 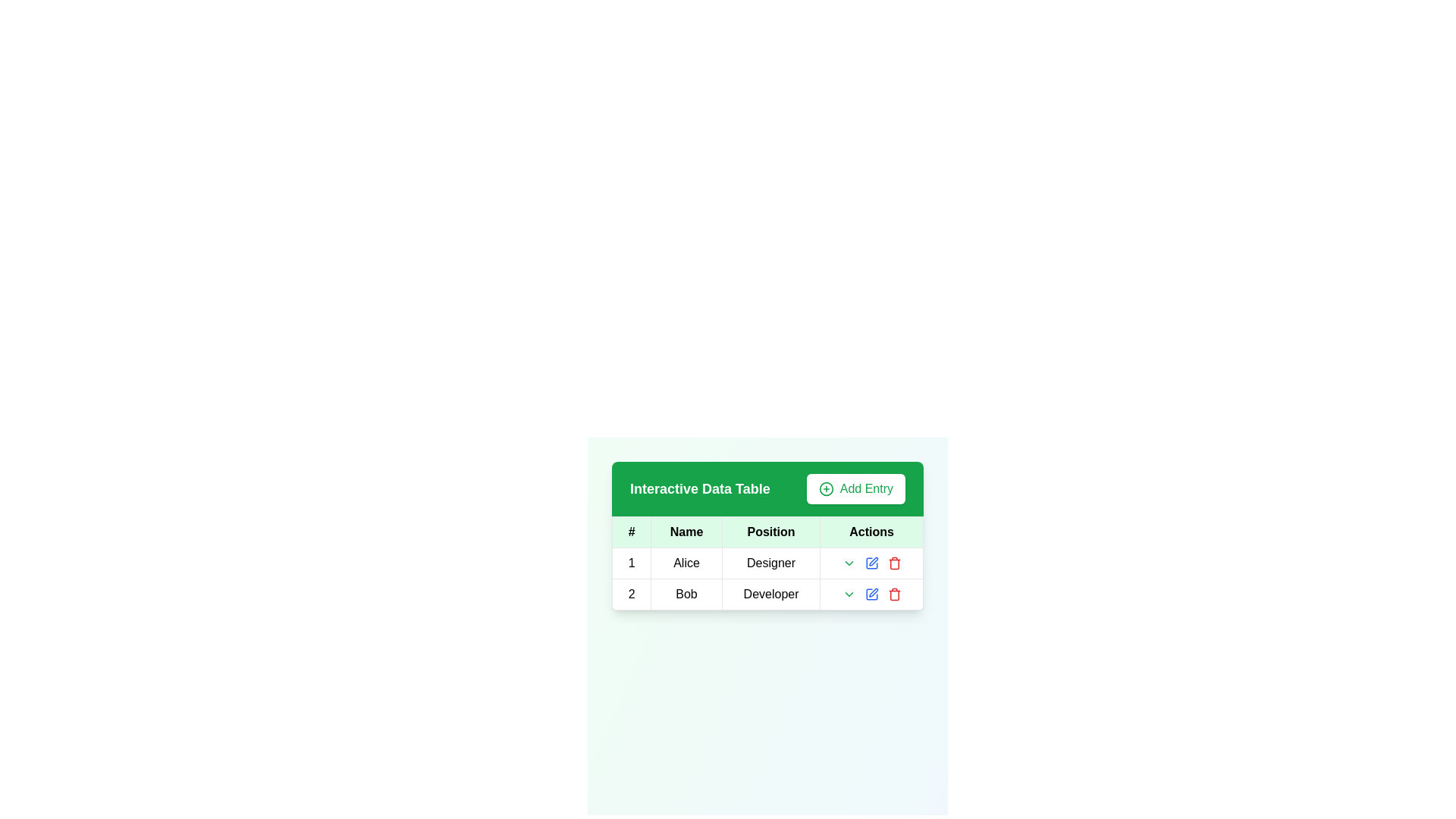 What do you see at coordinates (871, 563) in the screenshot?
I see `the blue pencil icon in the Row action control group for the 'Designer' position under 'Alice' in the 'Interactive Data Table'` at bounding box center [871, 563].